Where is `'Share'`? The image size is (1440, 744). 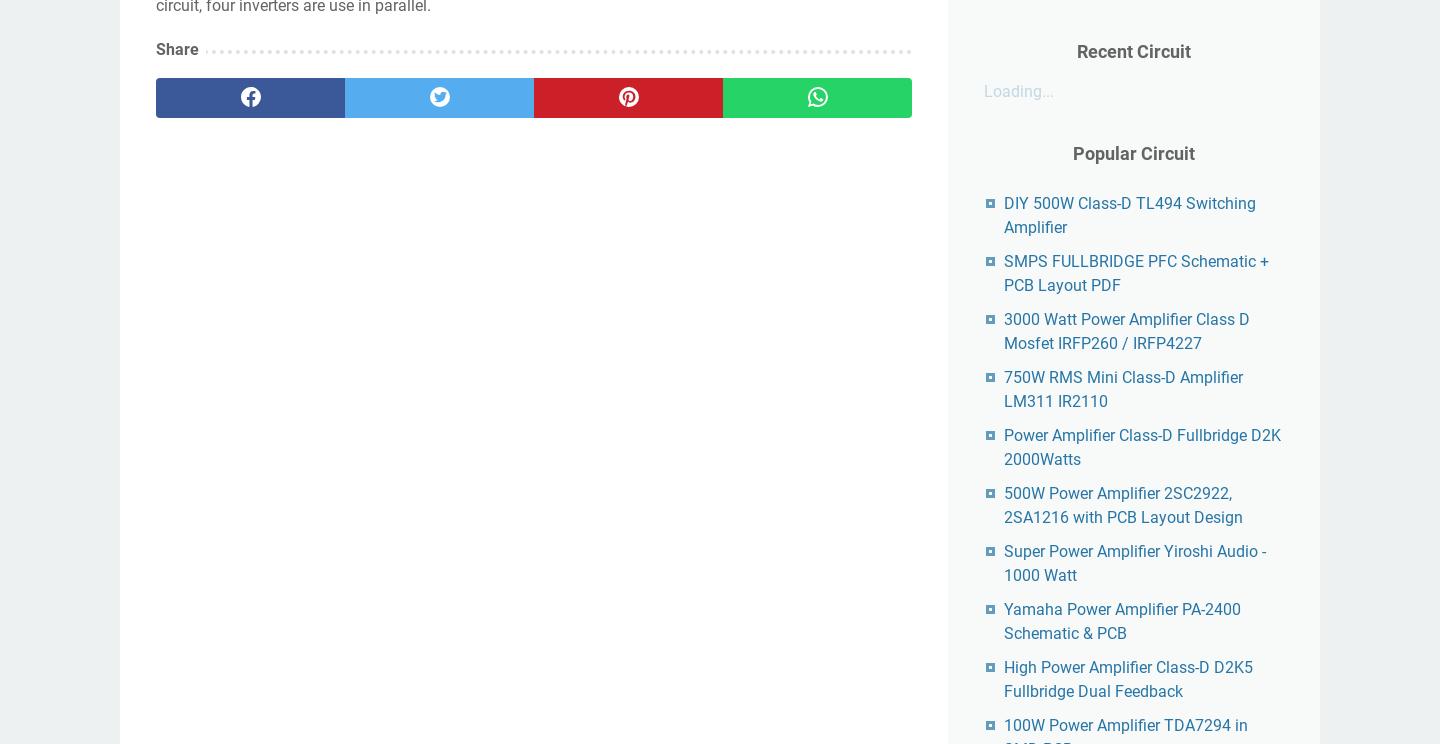 'Share' is located at coordinates (176, 48).